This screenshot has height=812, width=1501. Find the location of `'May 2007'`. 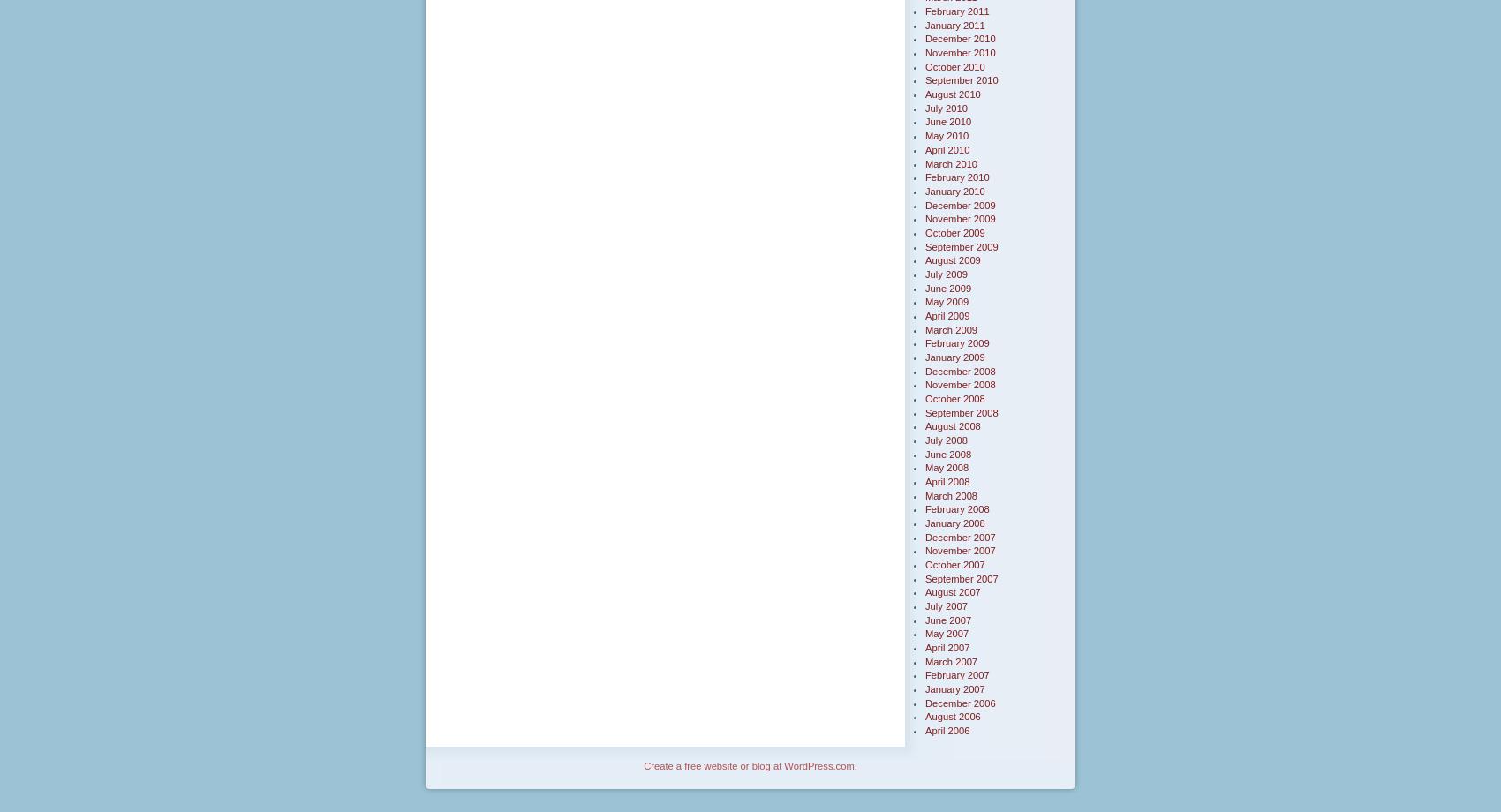

'May 2007' is located at coordinates (924, 633).